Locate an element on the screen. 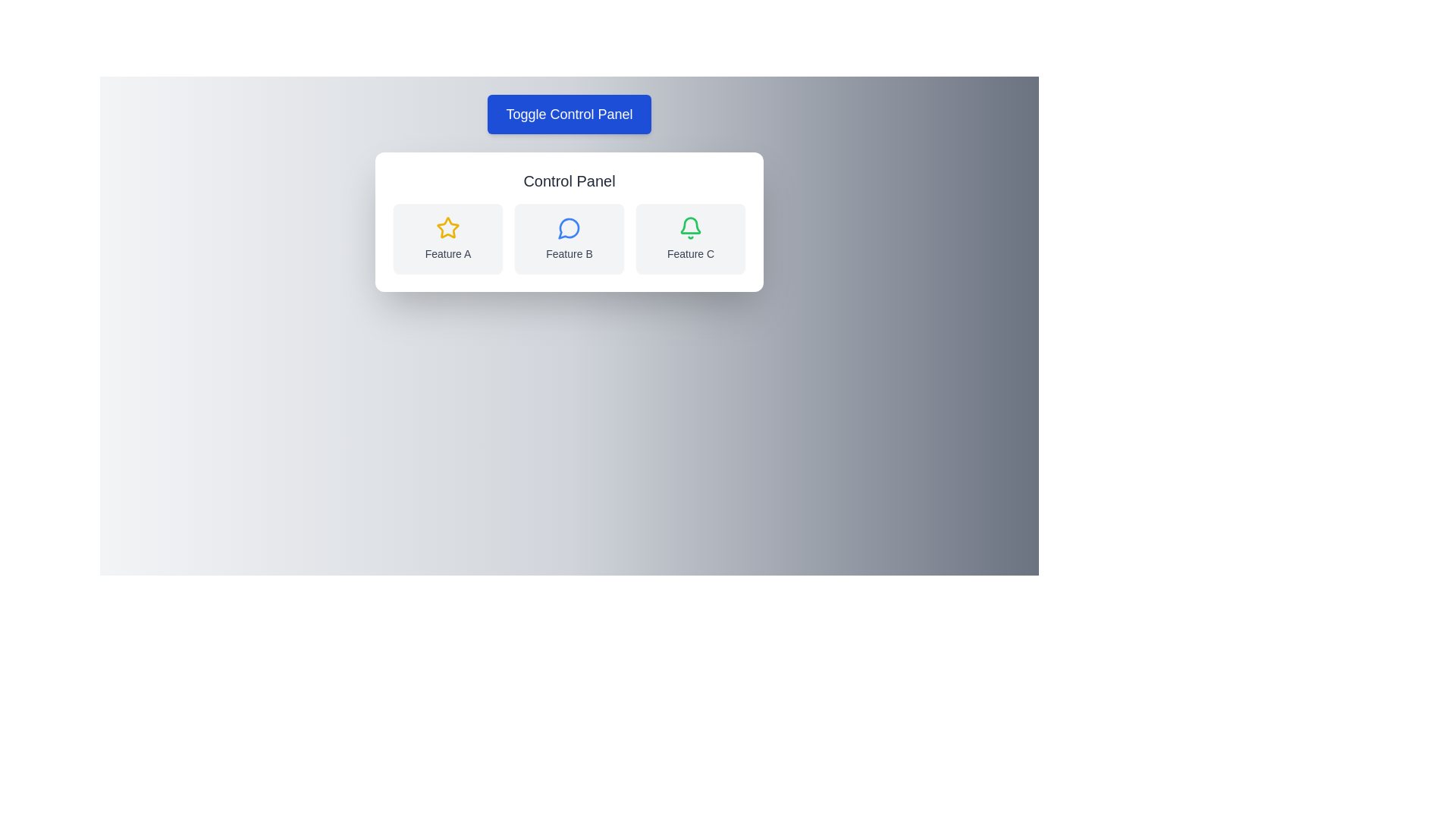 This screenshot has height=819, width=1456. the interactive block labeled 'Feature B' that contains a speech bubble icon, located centrally within a row of three blocks in the 'Control Panel' card is located at coordinates (568, 239).